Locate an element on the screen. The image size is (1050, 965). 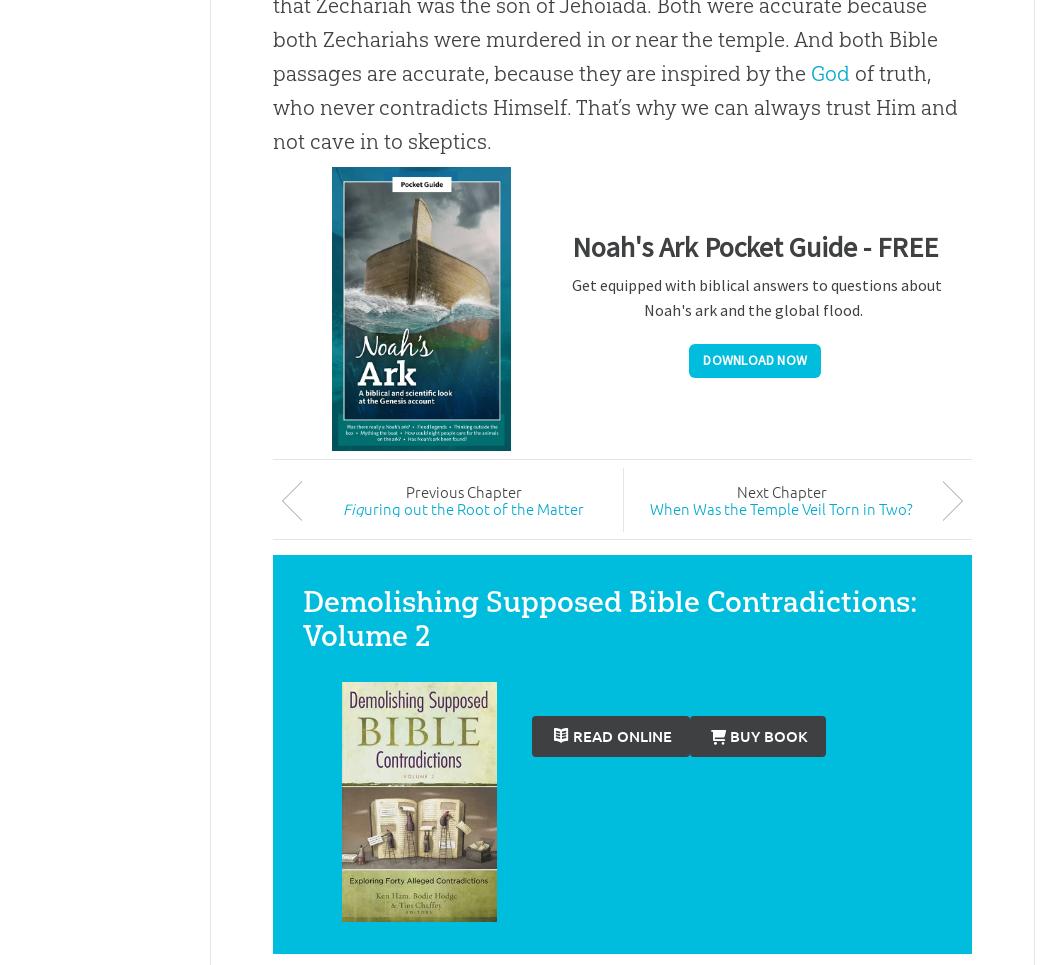
'When Was the Temple Veil Torn in Two?' is located at coordinates (781, 507).